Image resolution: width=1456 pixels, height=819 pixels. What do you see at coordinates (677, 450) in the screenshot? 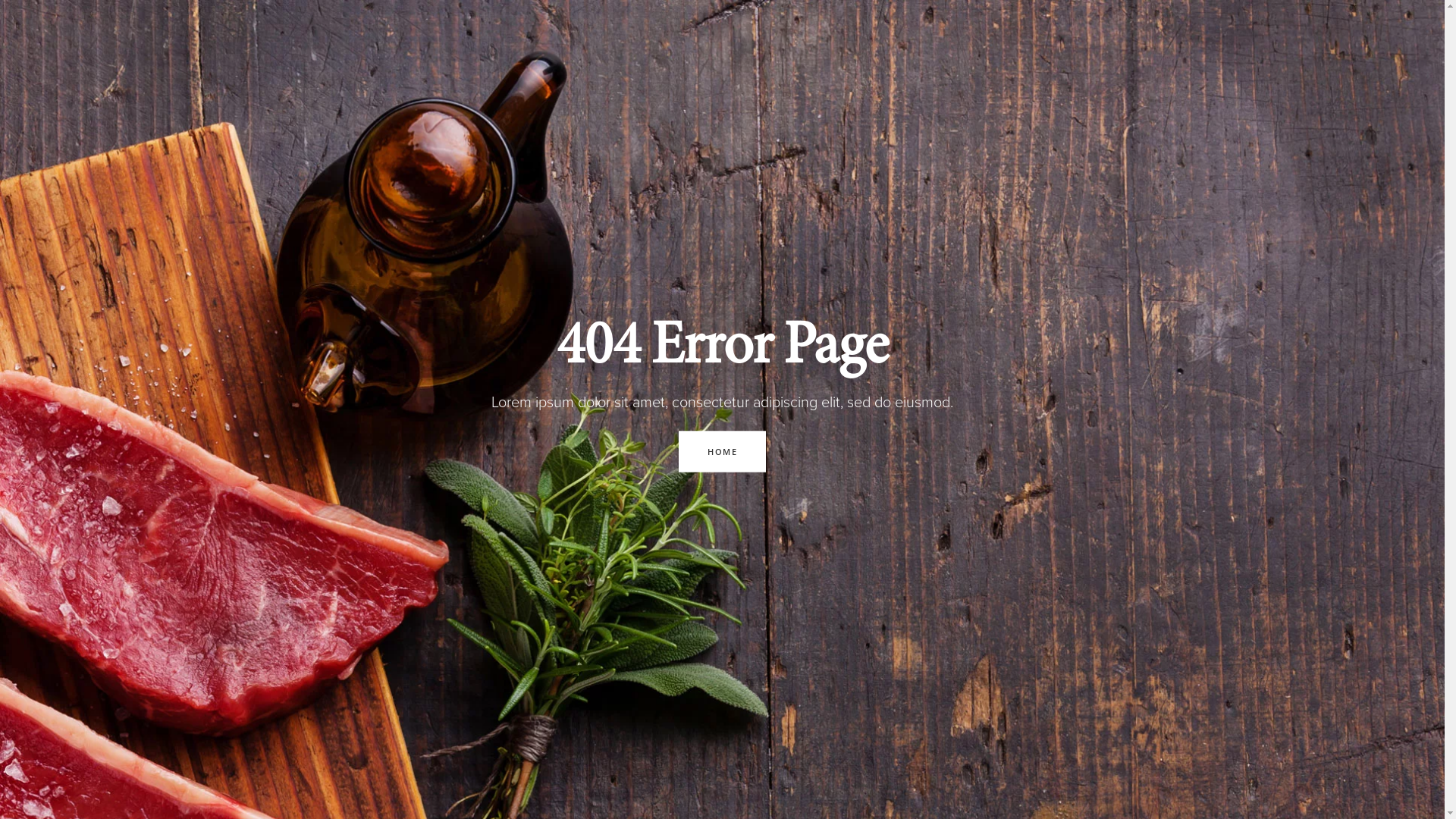
I see `'HOME'` at bounding box center [677, 450].